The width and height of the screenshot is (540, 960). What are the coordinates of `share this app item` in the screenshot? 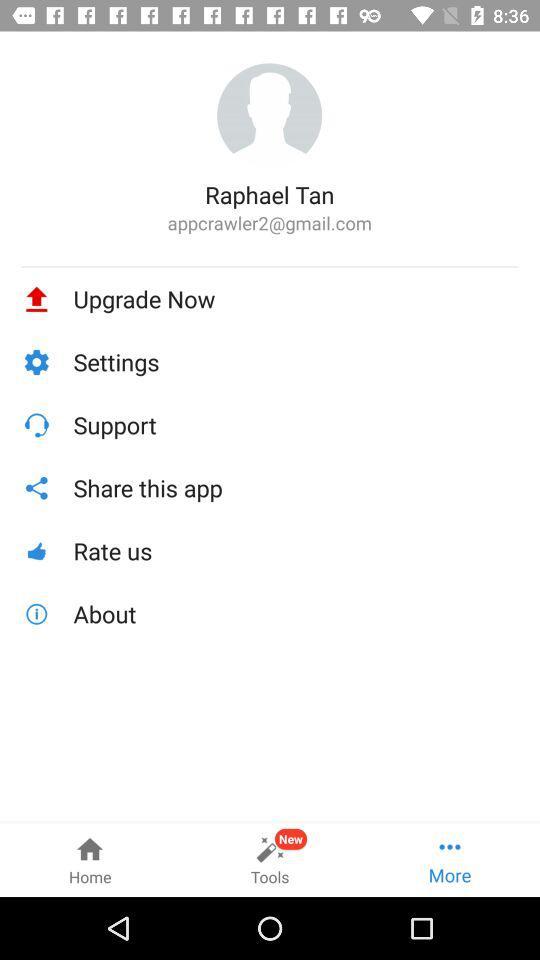 It's located at (295, 487).